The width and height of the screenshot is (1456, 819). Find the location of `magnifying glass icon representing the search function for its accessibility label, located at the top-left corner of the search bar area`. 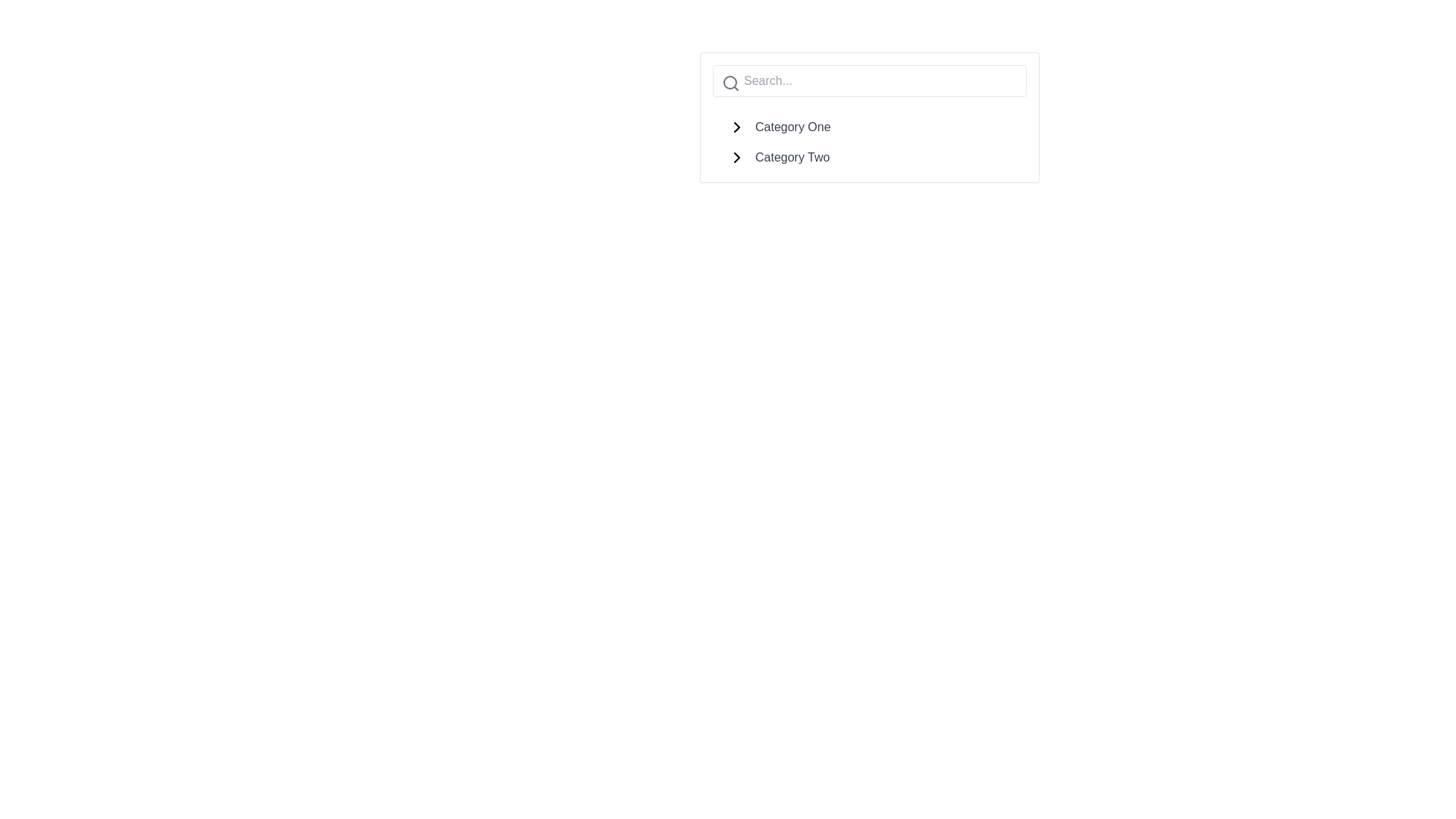

magnifying glass icon representing the search function for its accessibility label, located at the top-left corner of the search bar area is located at coordinates (731, 83).